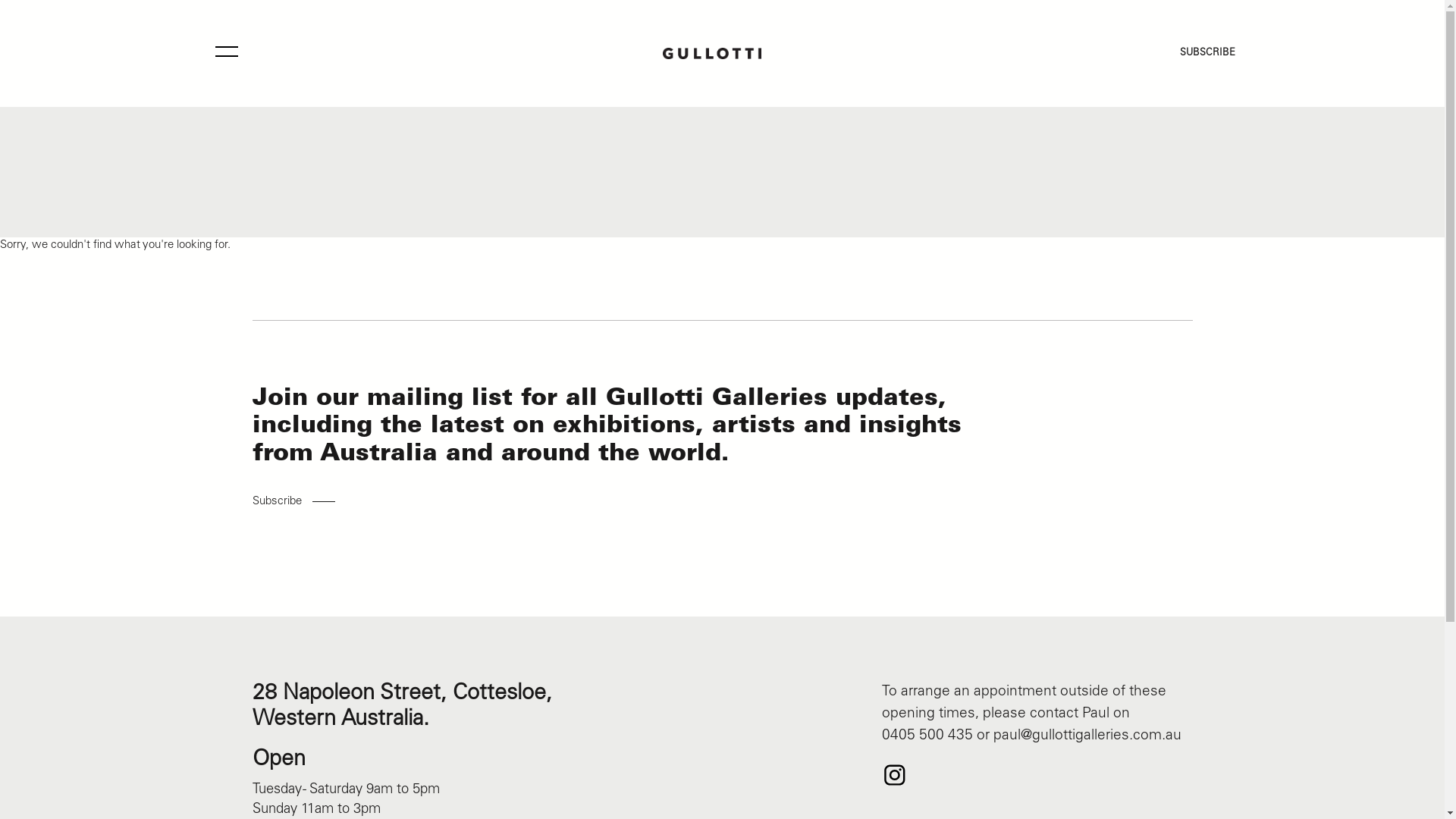 The width and height of the screenshot is (1456, 819). I want to click on 'Subscribe', so click(293, 502).